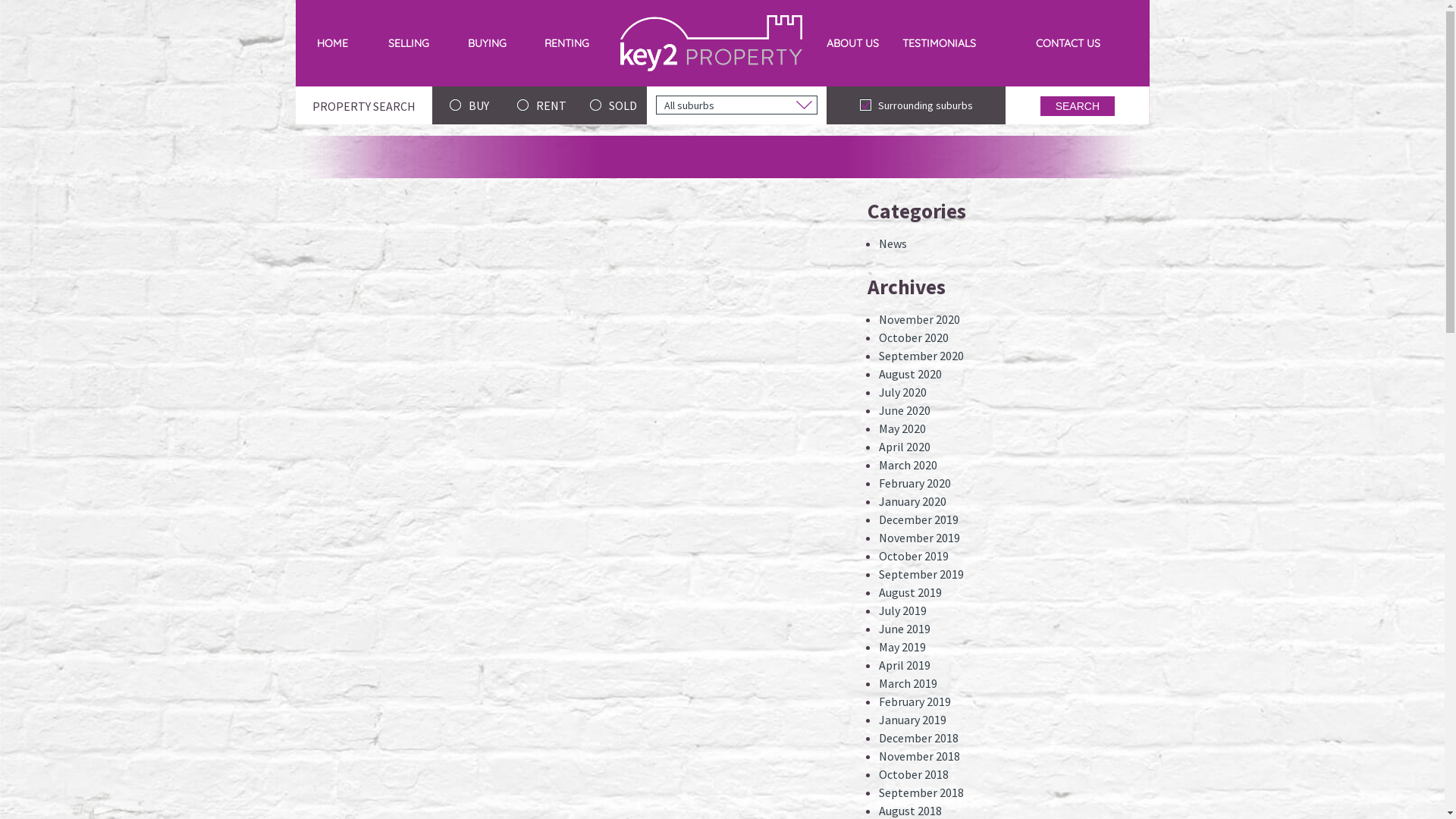  What do you see at coordinates (902, 610) in the screenshot?
I see `'July 2019'` at bounding box center [902, 610].